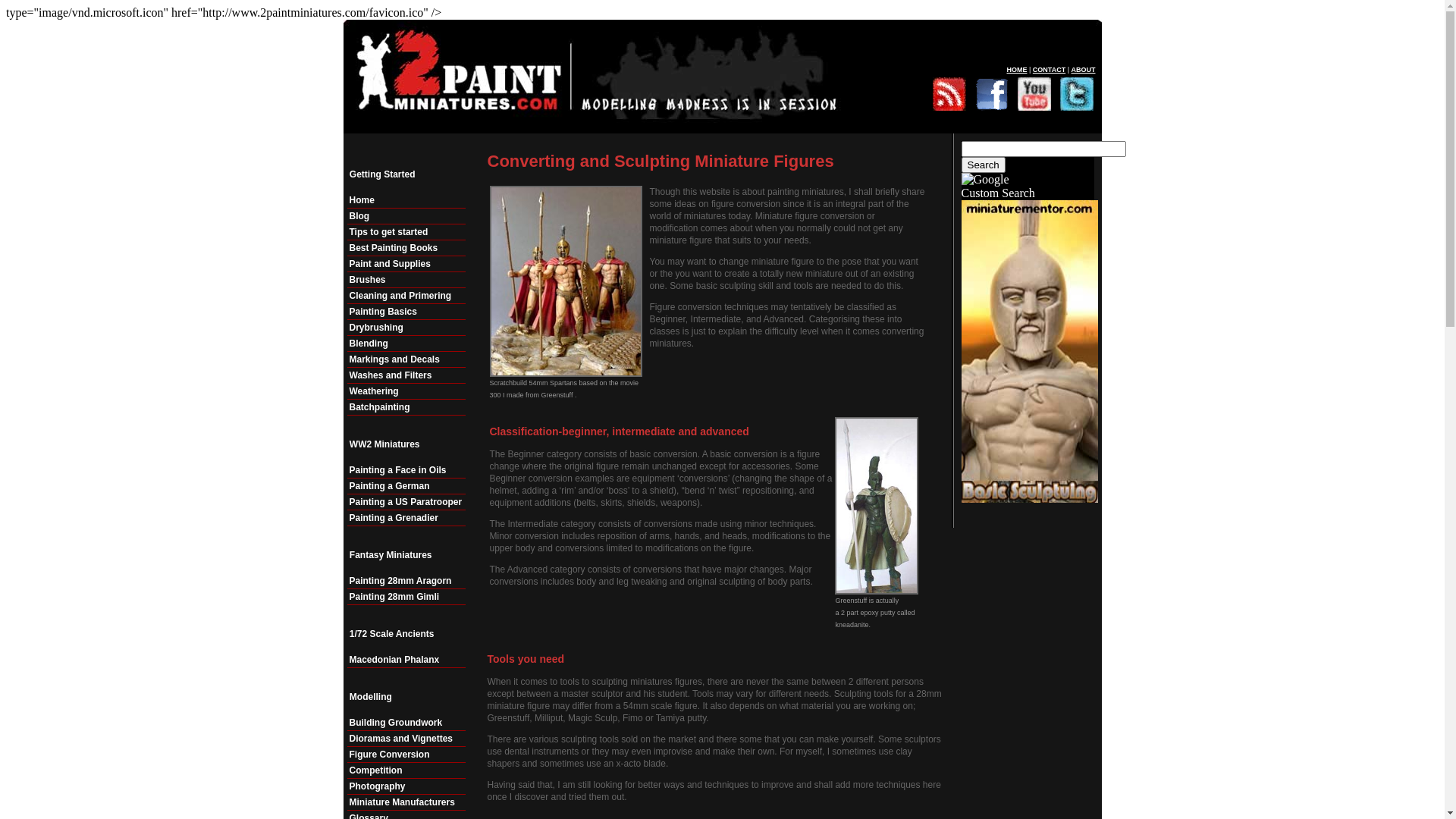  I want to click on 'Painting 28mm Gimli', so click(406, 596).